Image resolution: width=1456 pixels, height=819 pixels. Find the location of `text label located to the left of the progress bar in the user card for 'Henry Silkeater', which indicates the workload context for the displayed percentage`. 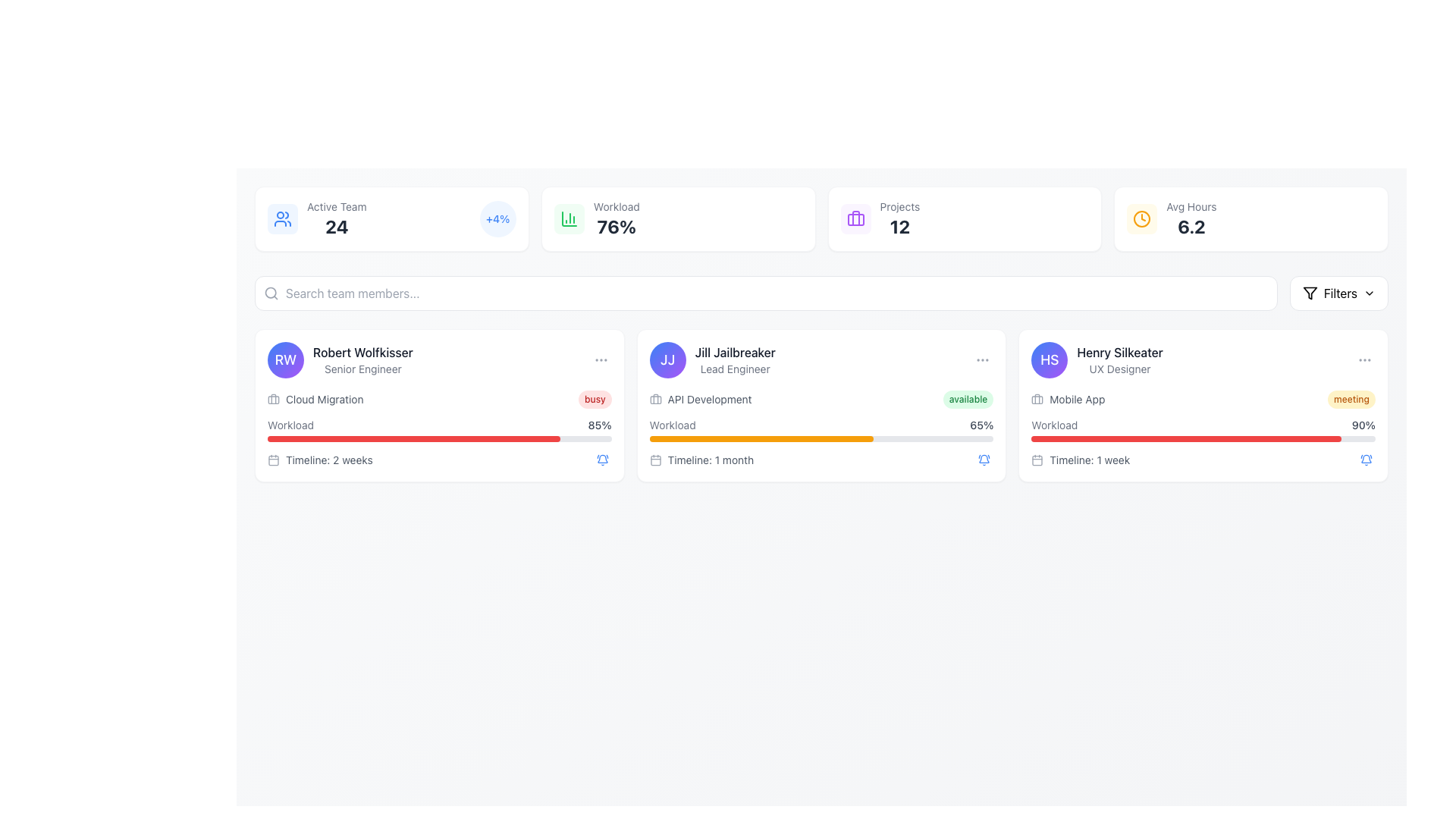

text label located to the left of the progress bar in the user card for 'Henry Silkeater', which indicates the workload context for the displayed percentage is located at coordinates (1053, 425).